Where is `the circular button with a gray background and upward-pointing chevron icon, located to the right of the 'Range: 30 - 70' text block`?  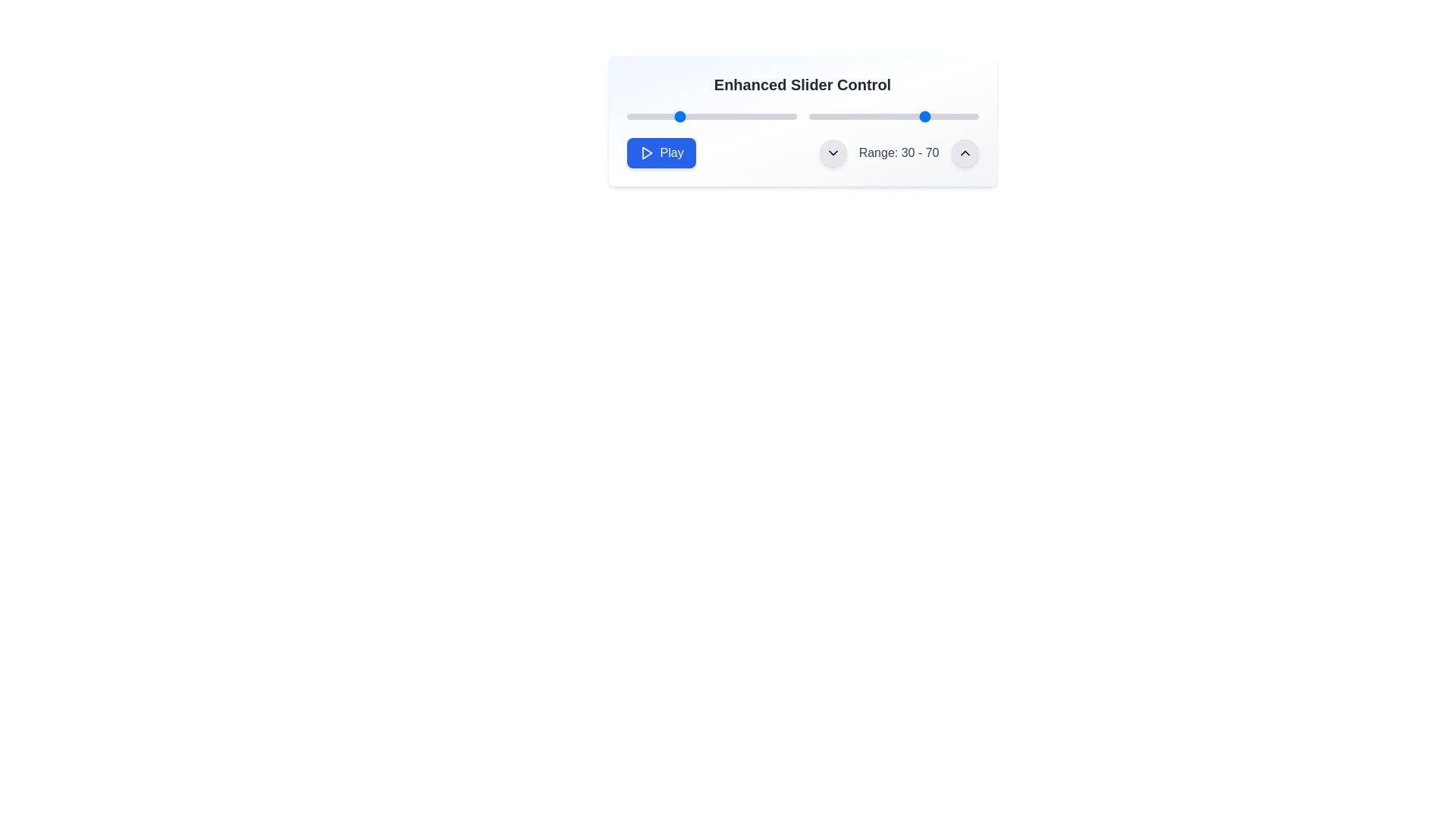
the circular button with a gray background and upward-pointing chevron icon, located to the right of the 'Range: 30 - 70' text block is located at coordinates (964, 152).